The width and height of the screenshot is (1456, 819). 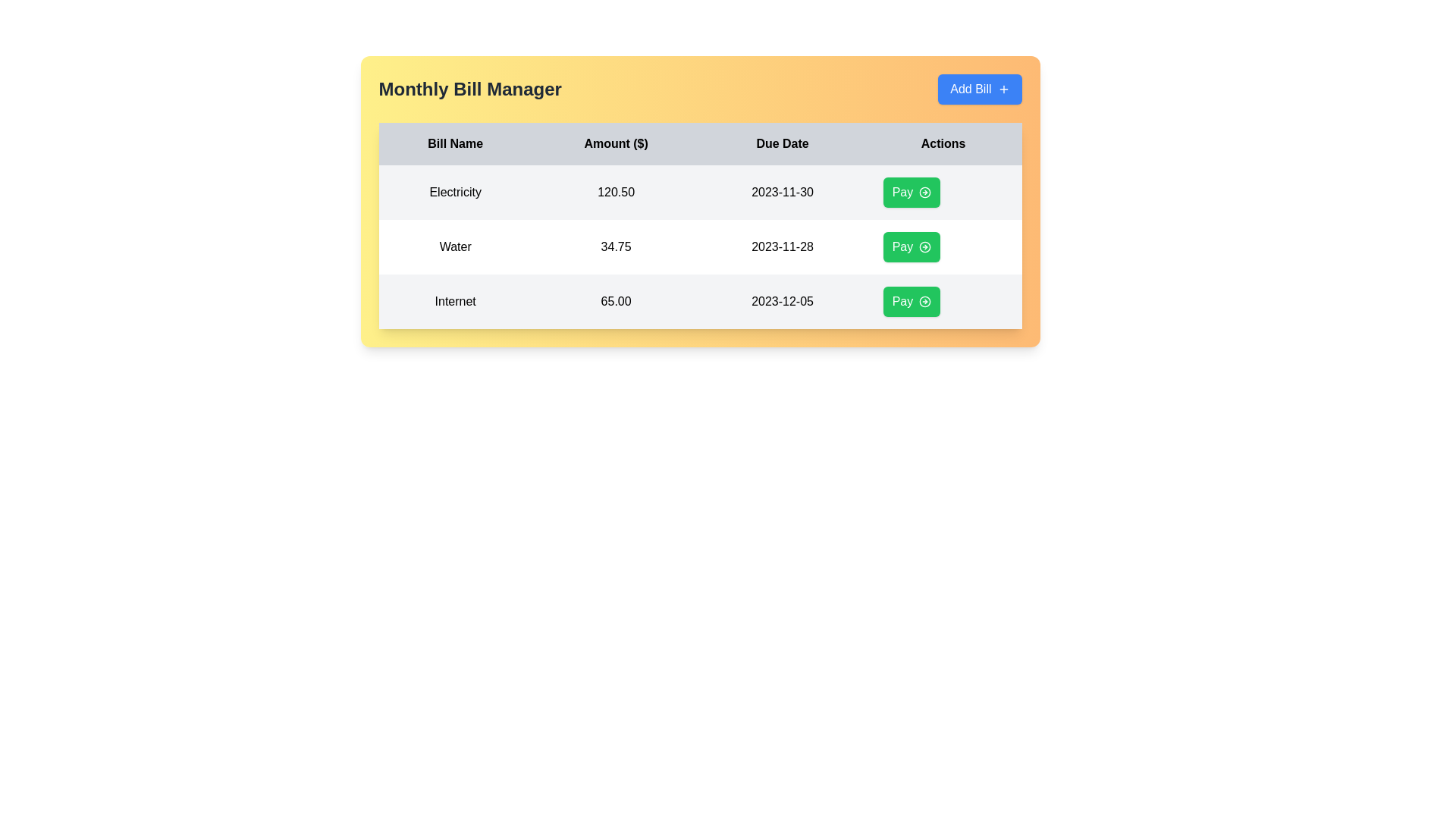 I want to click on the green 'Pay' button with a right-pointing arrow icon located in the second row of the 'Actions' column for the entry with the amount of 34.75 and due date of 2023-11-28 to initiate a payment, so click(x=911, y=246).